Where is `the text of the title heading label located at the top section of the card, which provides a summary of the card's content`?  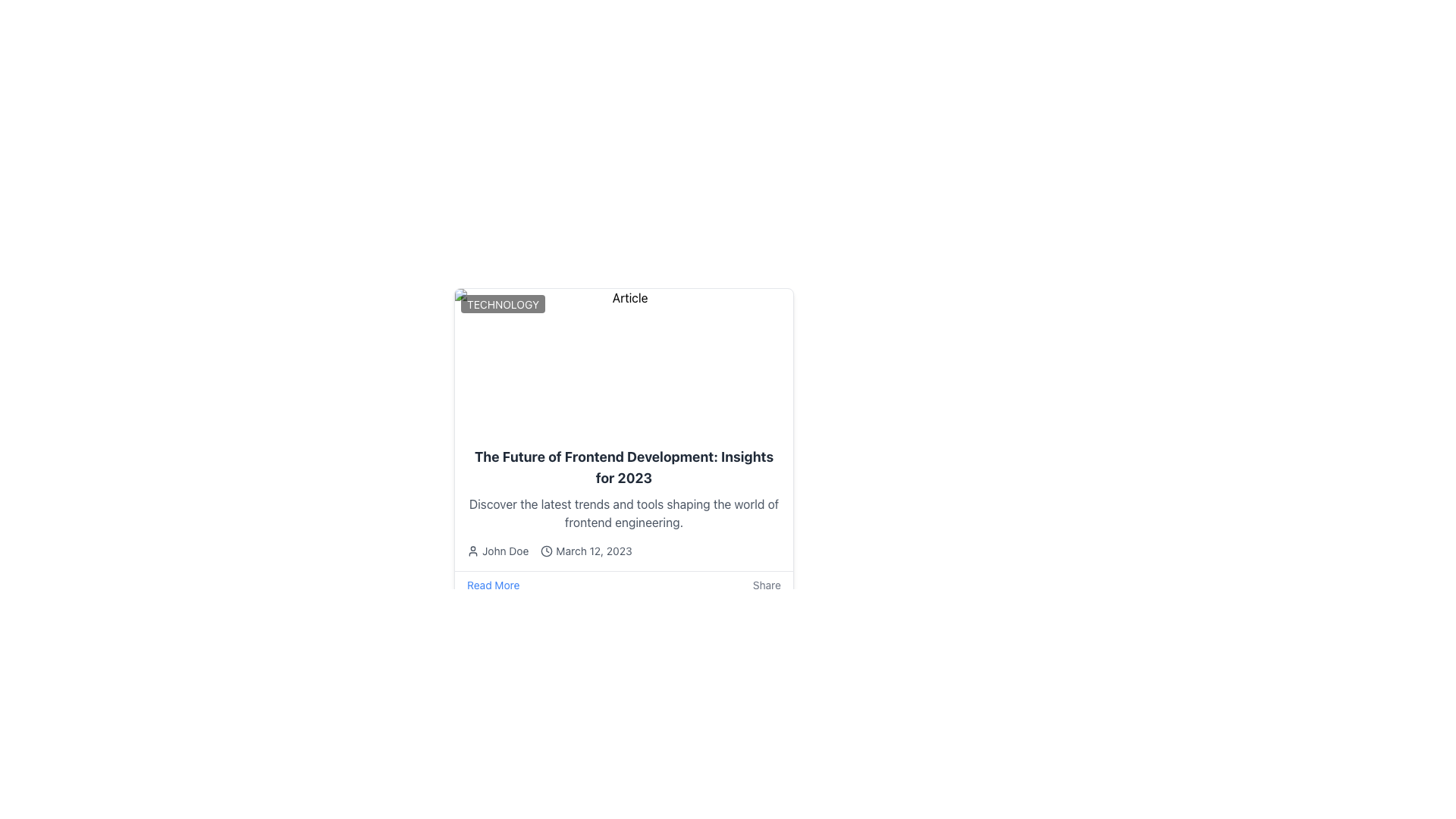 the text of the title heading label located at the top section of the card, which provides a summary of the card's content is located at coordinates (623, 467).